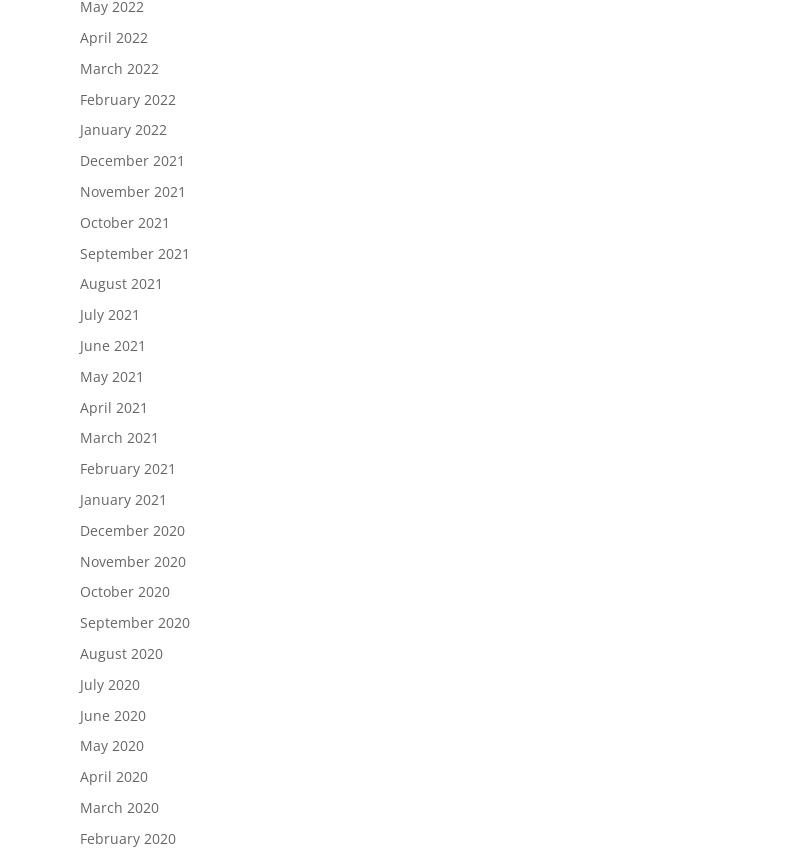 Image resolution: width=800 pixels, height=864 pixels. What do you see at coordinates (135, 252) in the screenshot?
I see `'September 2021'` at bounding box center [135, 252].